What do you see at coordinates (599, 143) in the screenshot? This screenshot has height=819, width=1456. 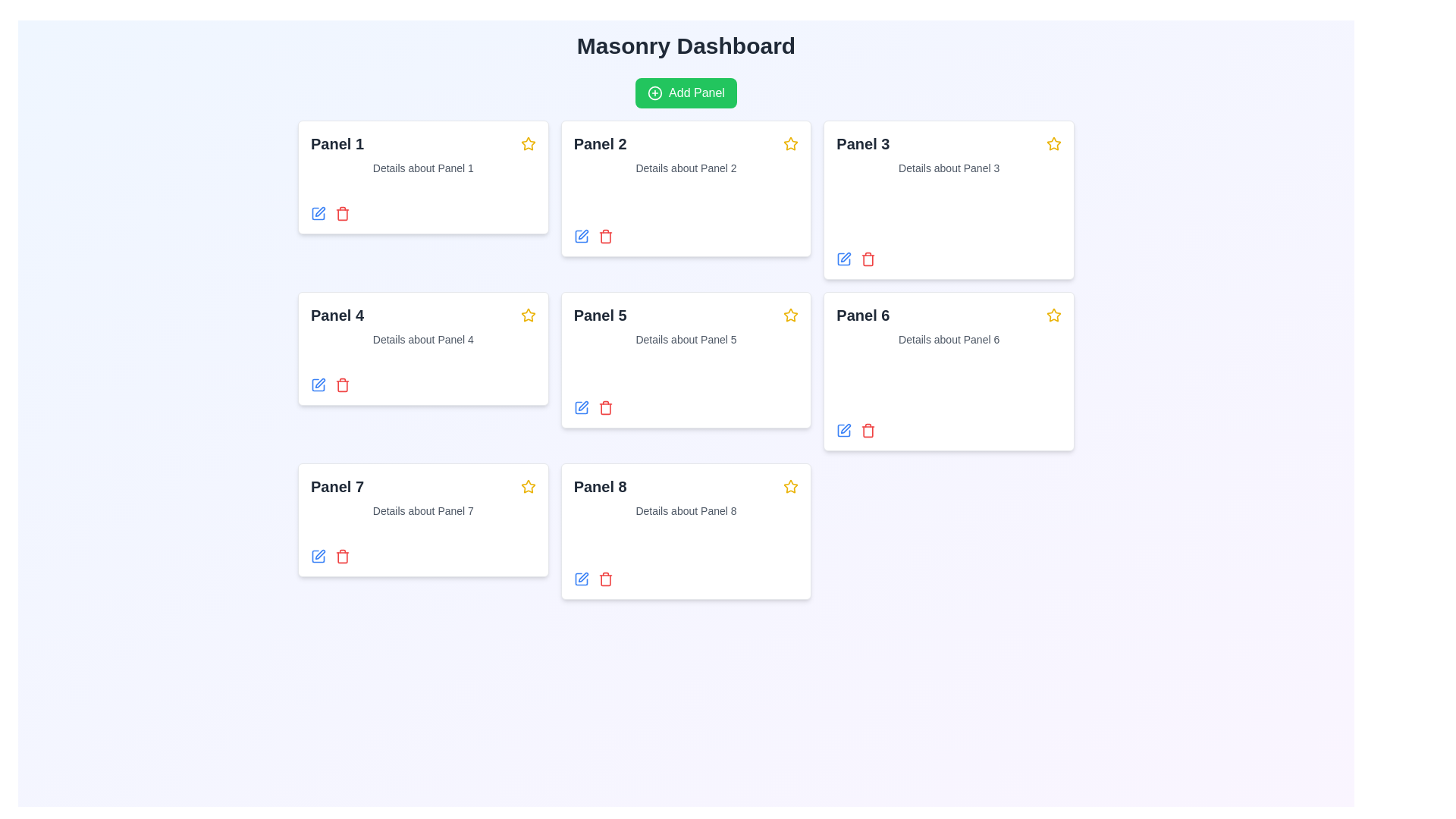 I see `text from the label that says 'Panel 2', which is styled in bold, large font and located in the top-left section of the second panel in a grid layout` at bounding box center [599, 143].